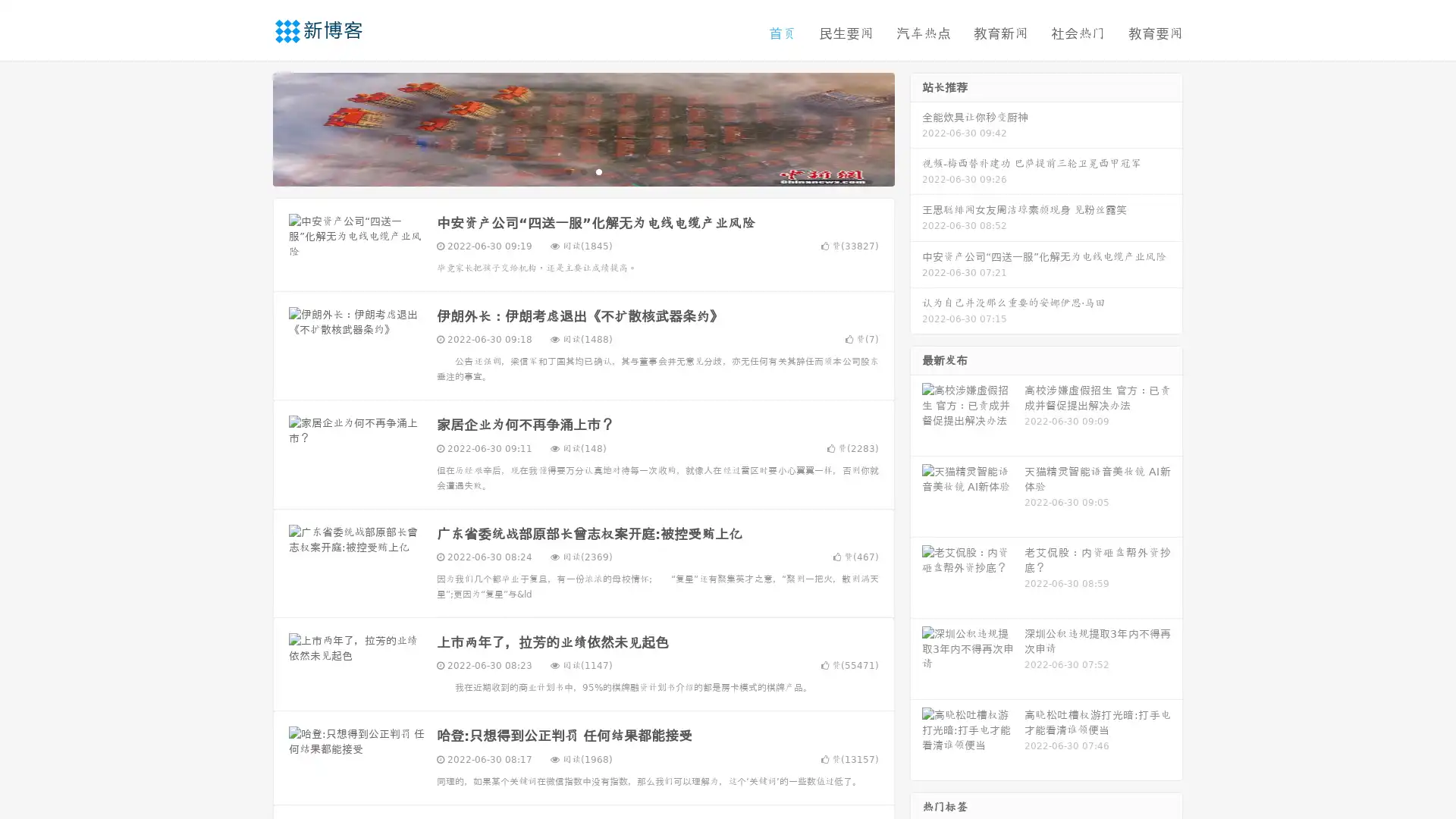 Image resolution: width=1456 pixels, height=819 pixels. I want to click on Next slide, so click(916, 127).